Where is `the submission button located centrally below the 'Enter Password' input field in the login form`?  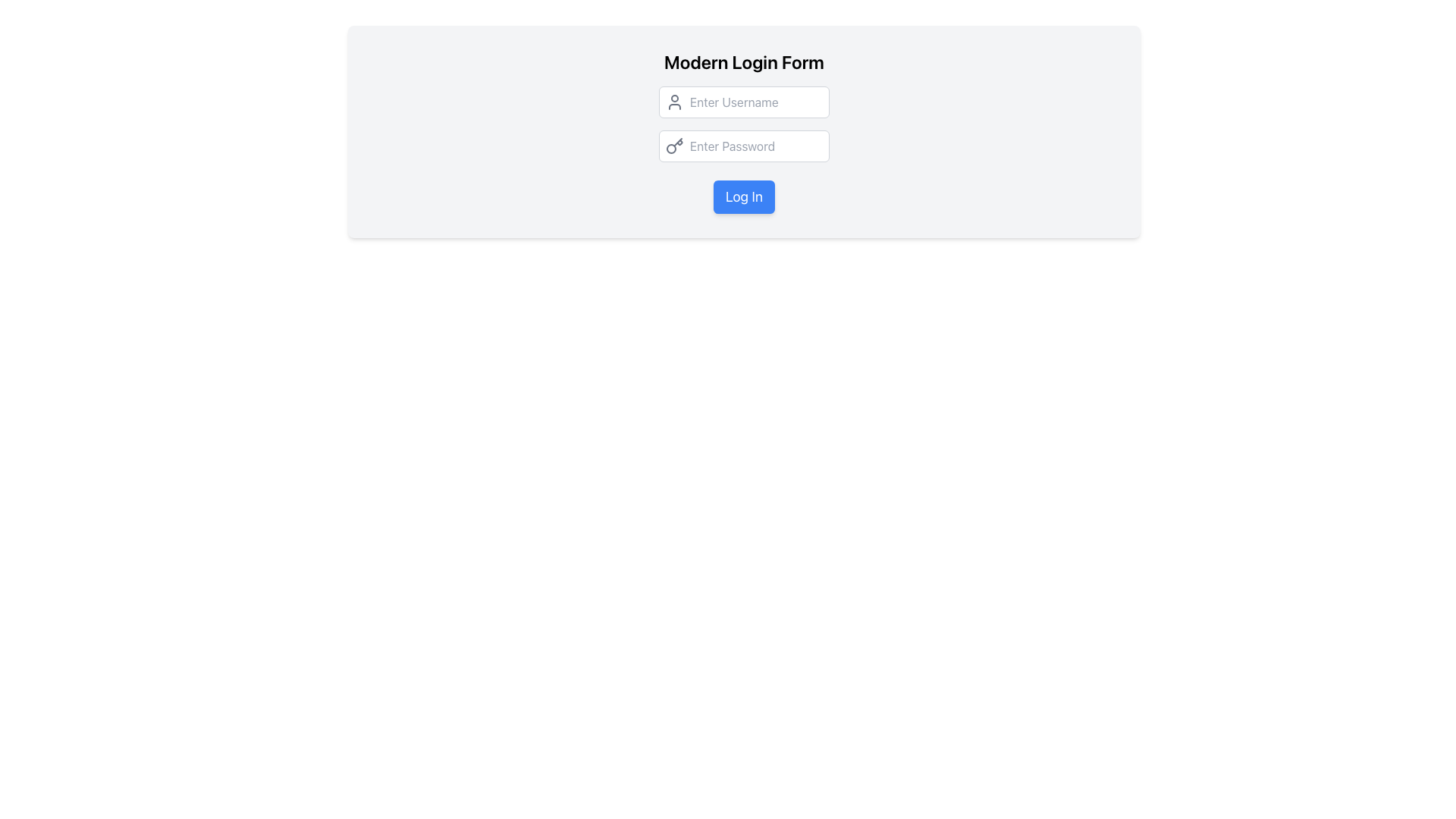 the submission button located centrally below the 'Enter Password' input field in the login form is located at coordinates (744, 196).